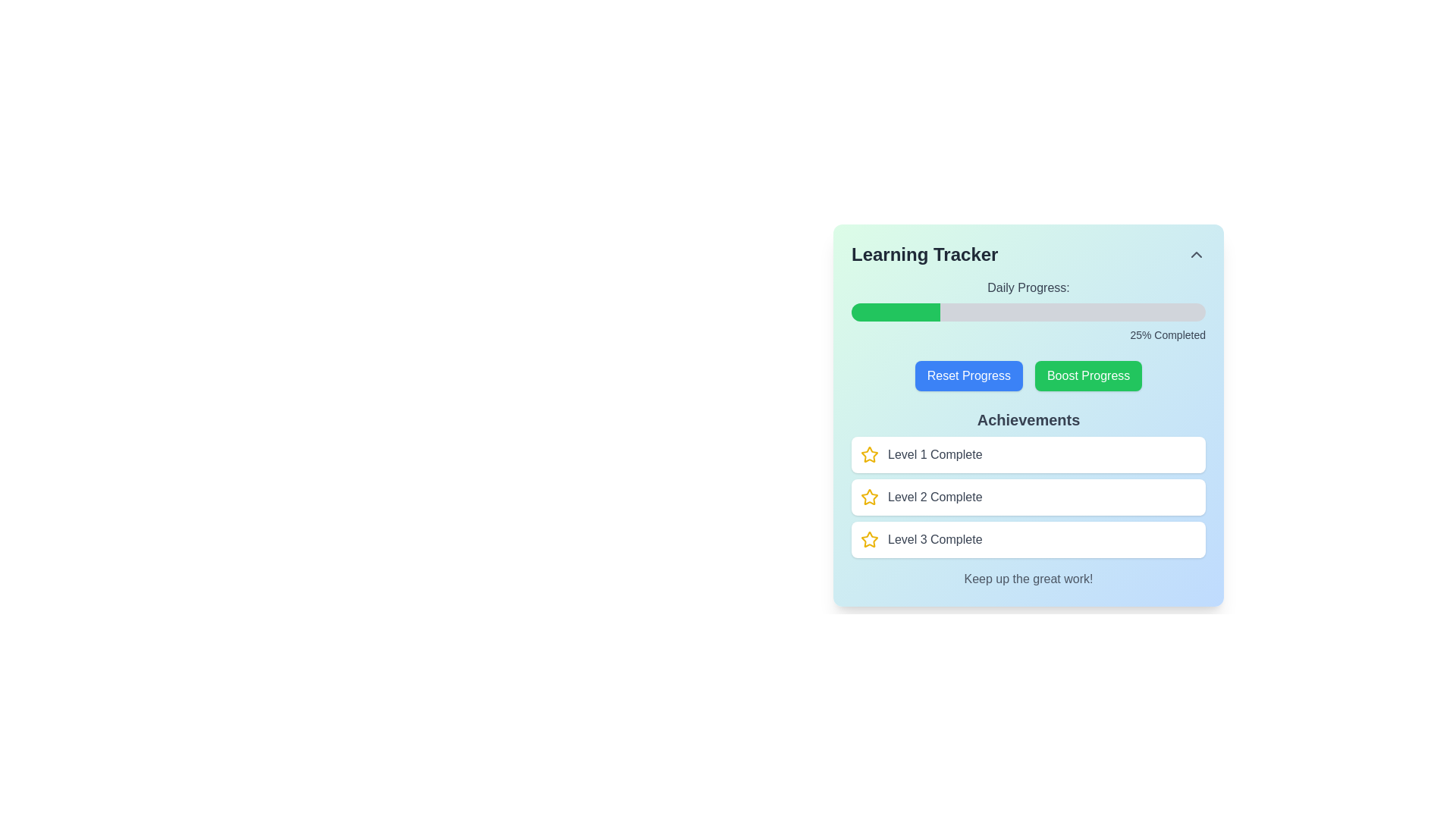 The image size is (1456, 819). What do you see at coordinates (1028, 539) in the screenshot?
I see `the informational card displaying the completion status of 'Level 3' in the achievements section` at bounding box center [1028, 539].